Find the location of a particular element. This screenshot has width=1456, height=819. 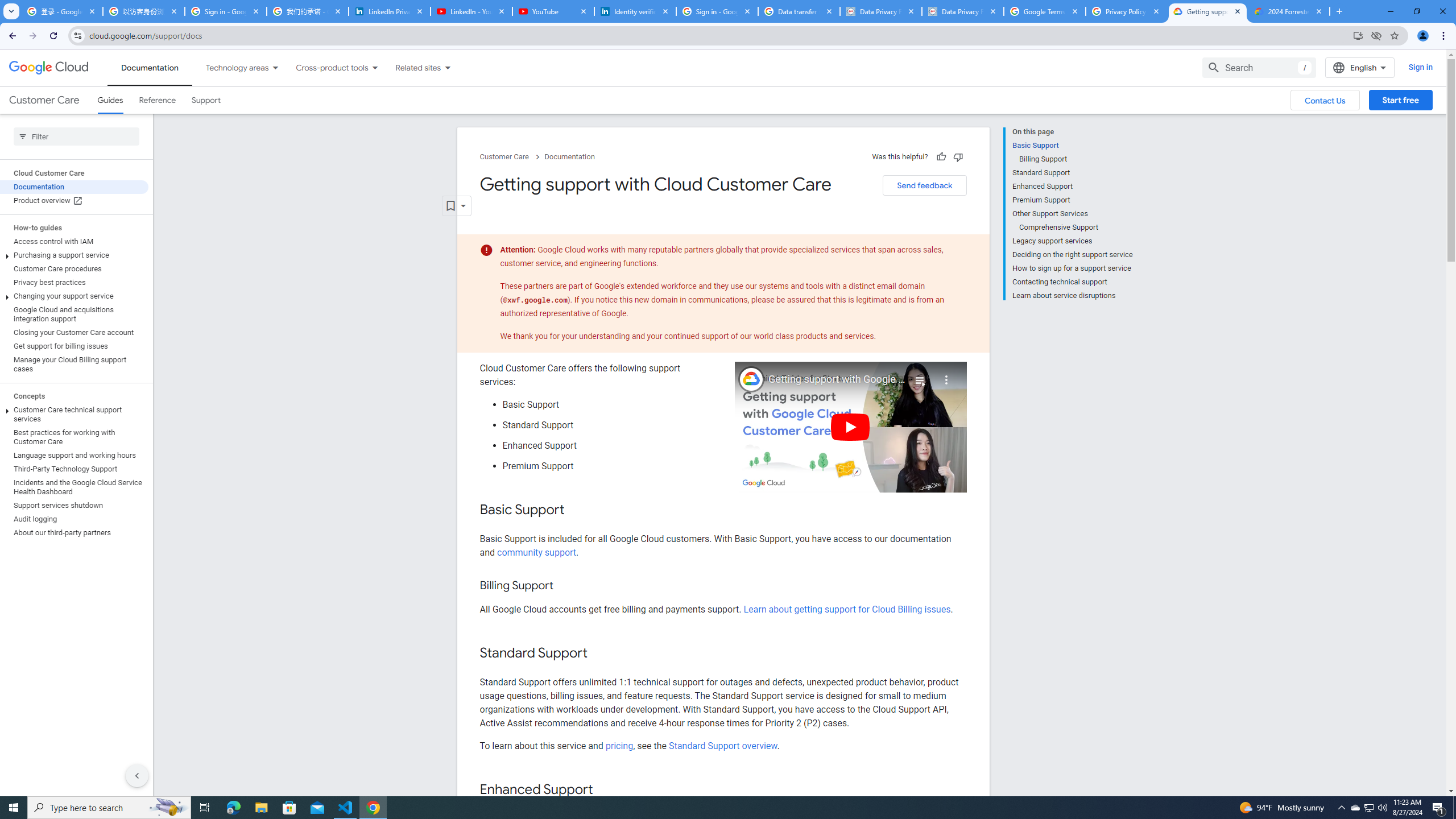

'Legacy support services' is located at coordinates (1072, 241).